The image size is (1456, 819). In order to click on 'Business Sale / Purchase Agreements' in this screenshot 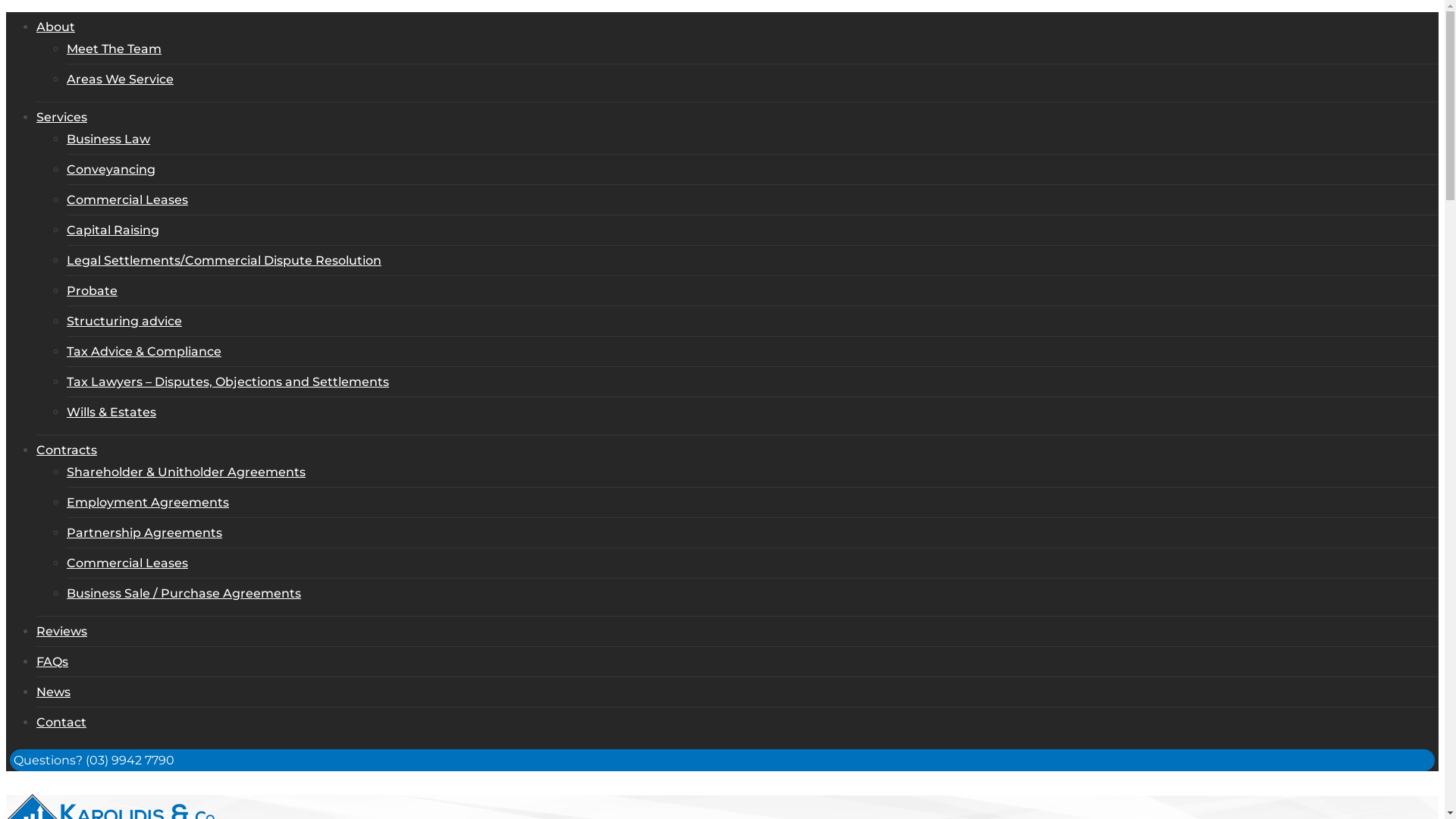, I will do `click(183, 592)`.